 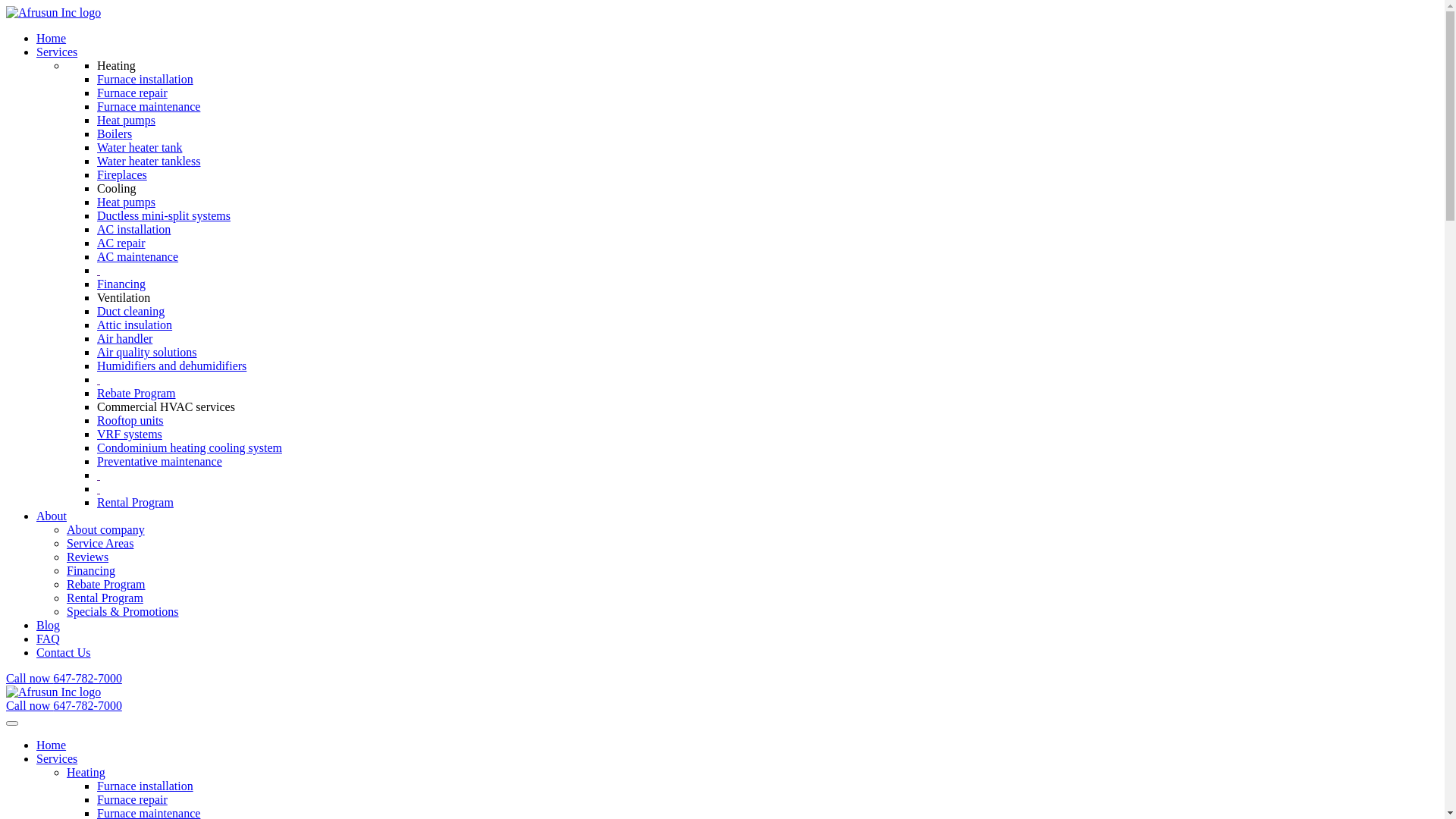 What do you see at coordinates (146, 352) in the screenshot?
I see `'Air quality solutions'` at bounding box center [146, 352].